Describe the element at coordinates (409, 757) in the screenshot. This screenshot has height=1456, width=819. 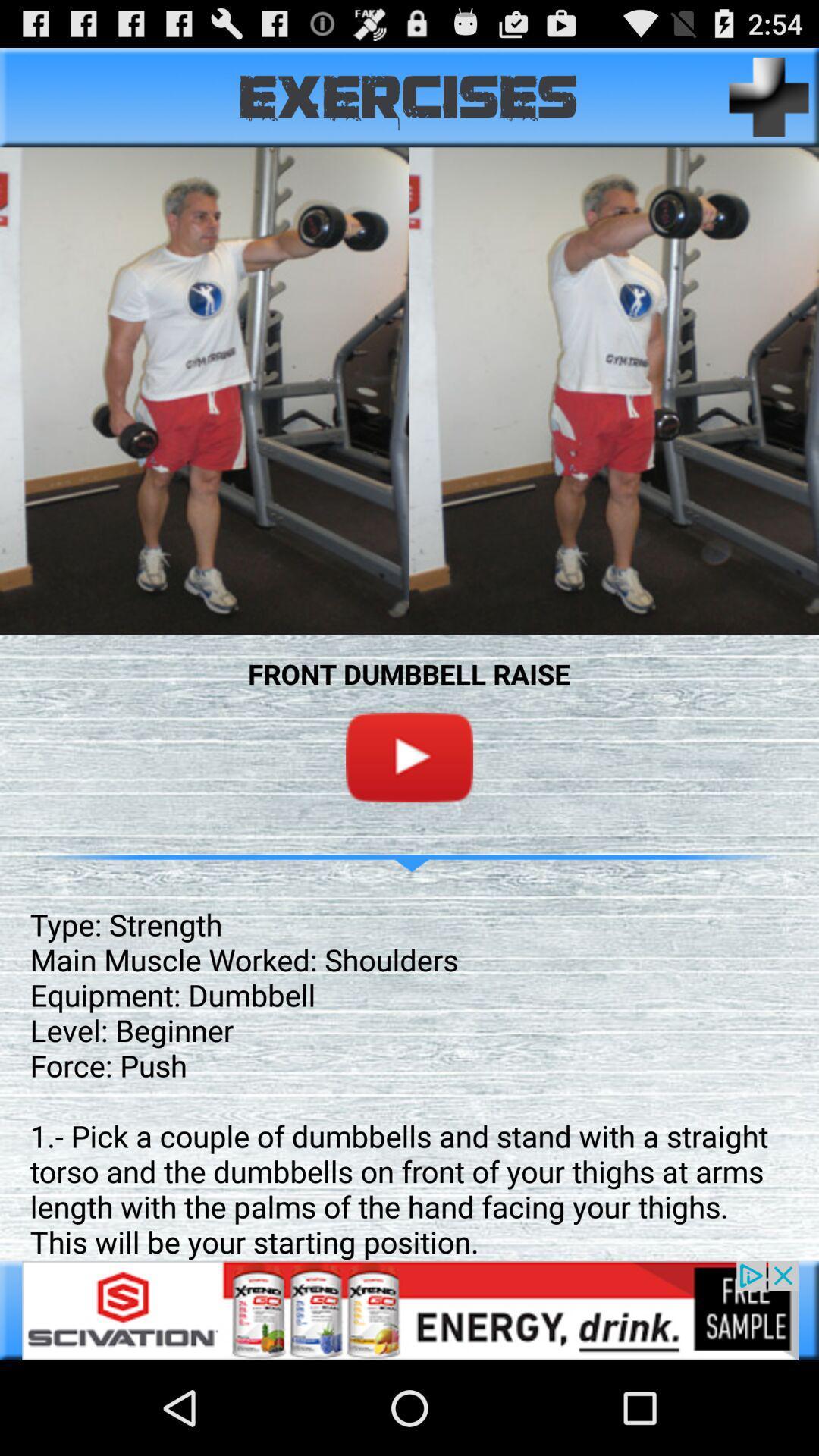
I see `stop` at that location.